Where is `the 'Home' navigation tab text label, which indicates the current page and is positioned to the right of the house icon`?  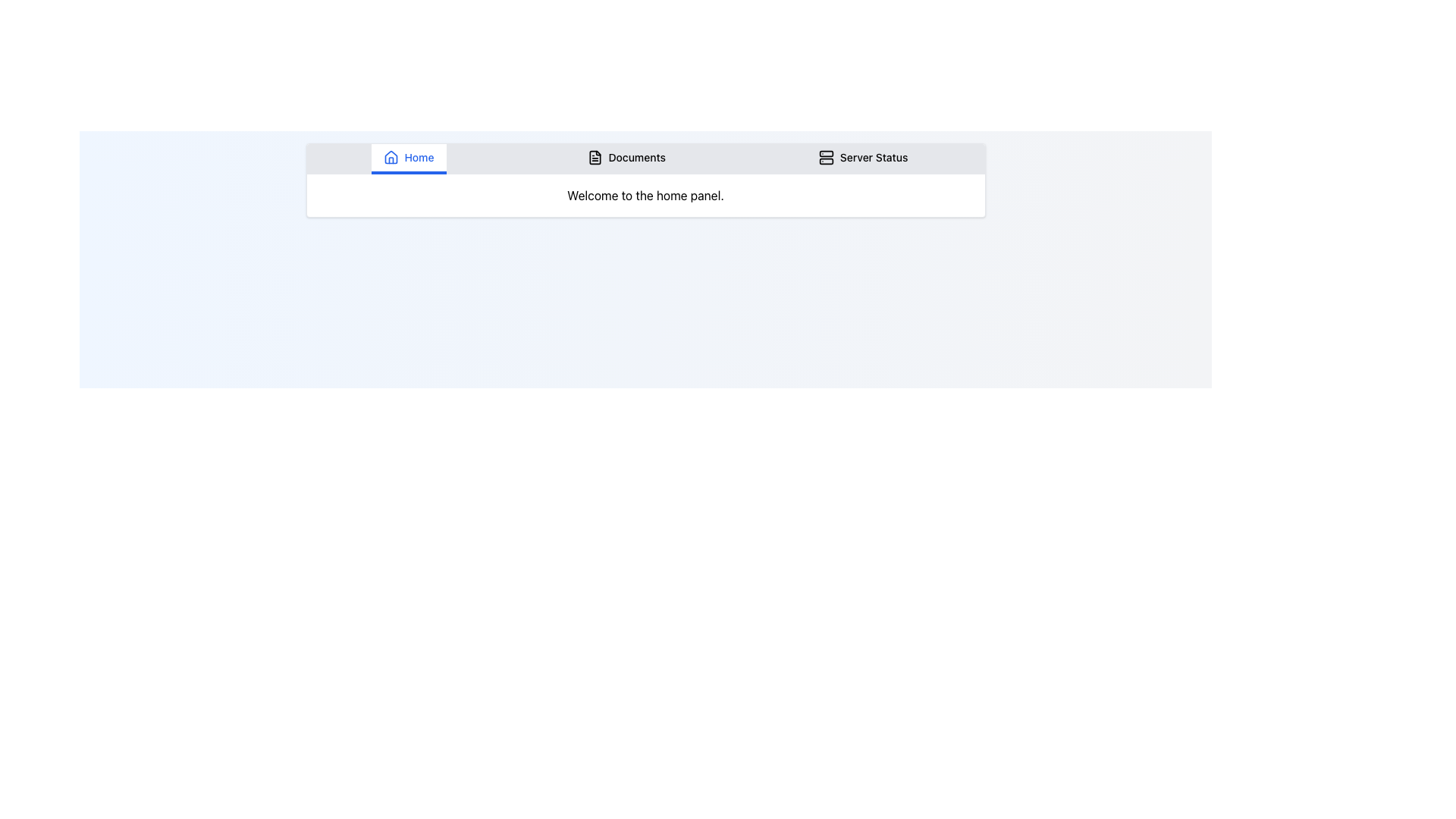 the 'Home' navigation tab text label, which indicates the current page and is positioned to the right of the house icon is located at coordinates (419, 158).